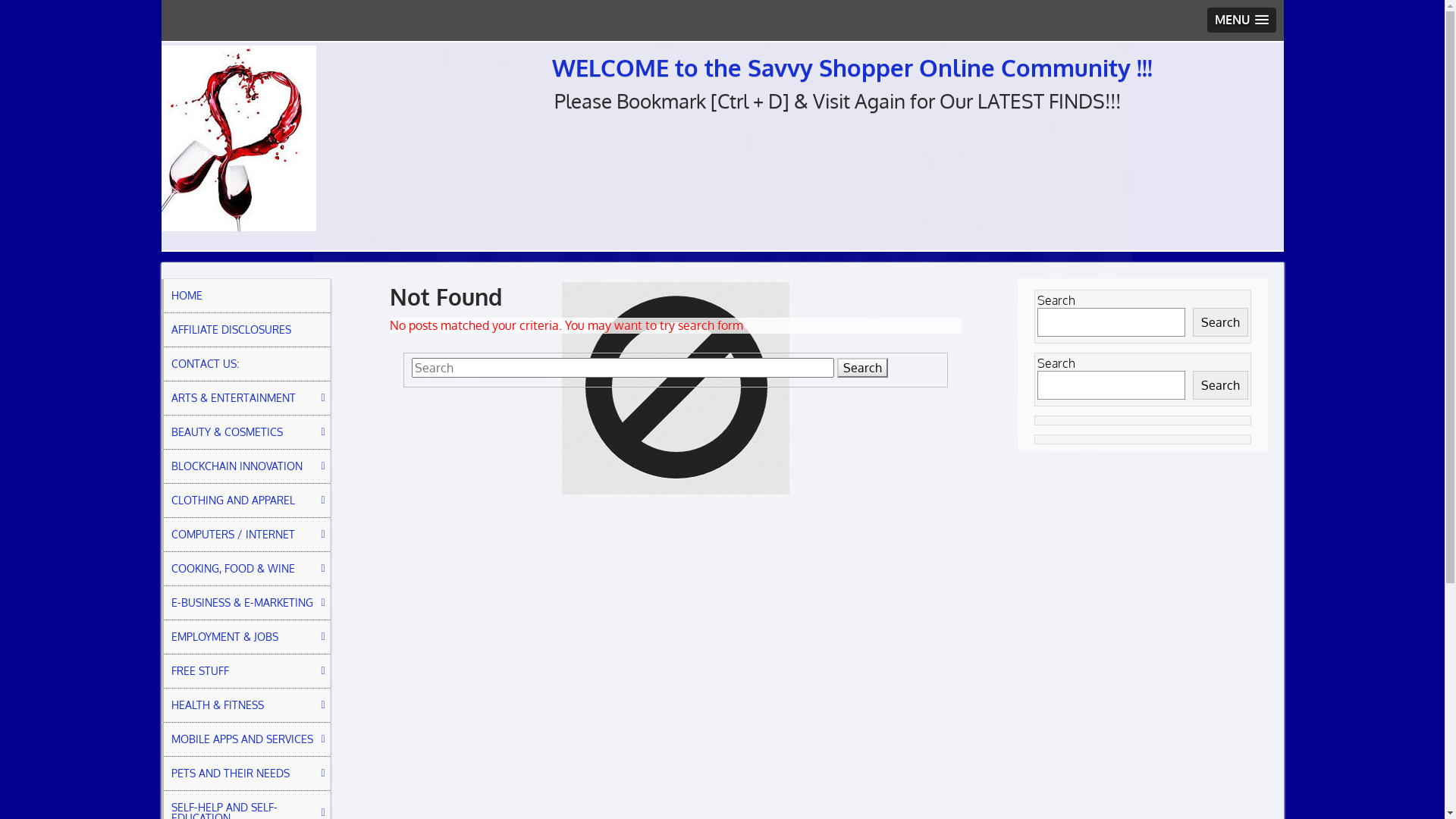  What do you see at coordinates (246, 568) in the screenshot?
I see `'COOKING, FOOD & WINE'` at bounding box center [246, 568].